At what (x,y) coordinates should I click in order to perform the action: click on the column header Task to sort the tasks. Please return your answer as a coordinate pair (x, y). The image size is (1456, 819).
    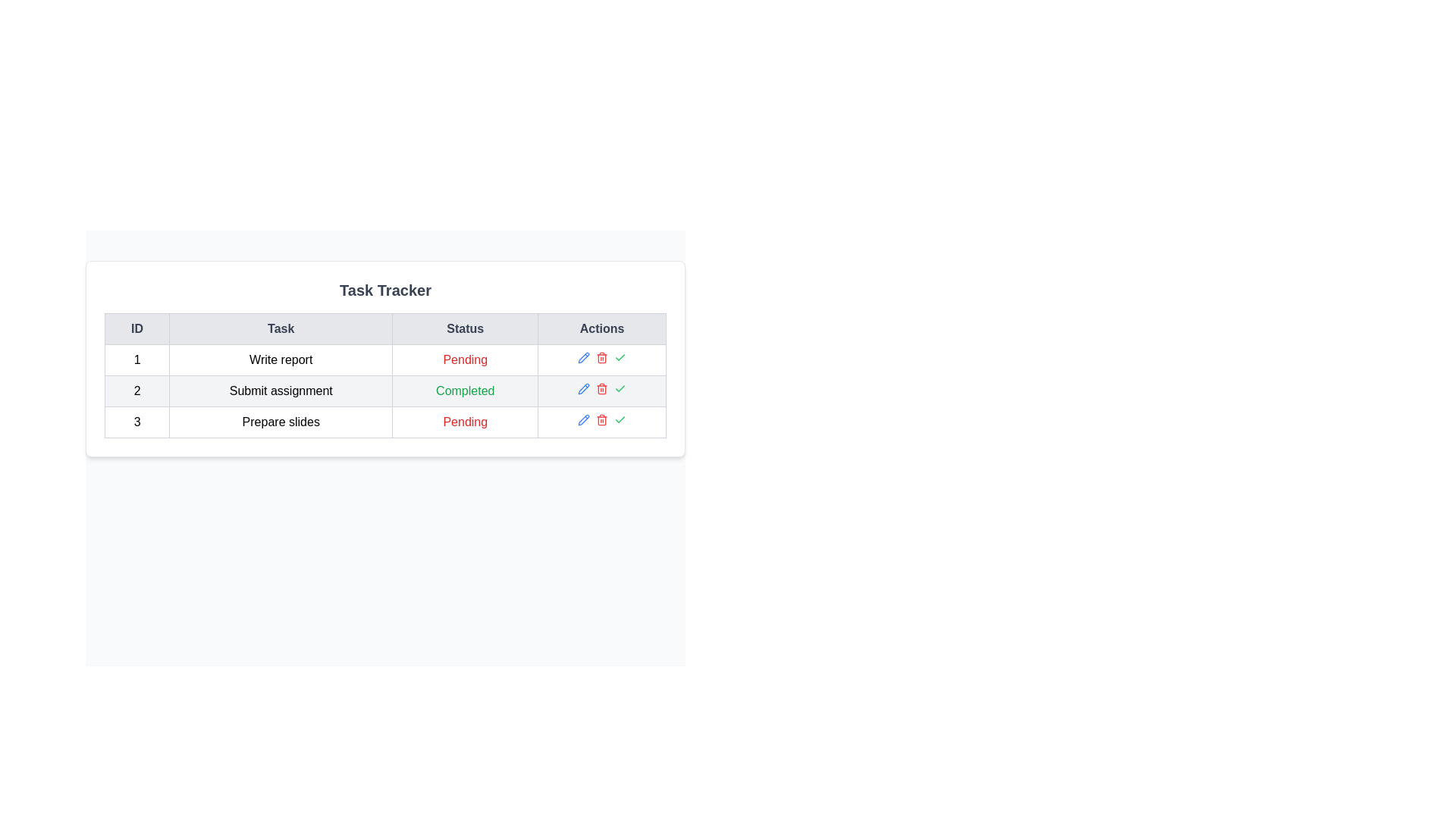
    Looking at the image, I should click on (281, 328).